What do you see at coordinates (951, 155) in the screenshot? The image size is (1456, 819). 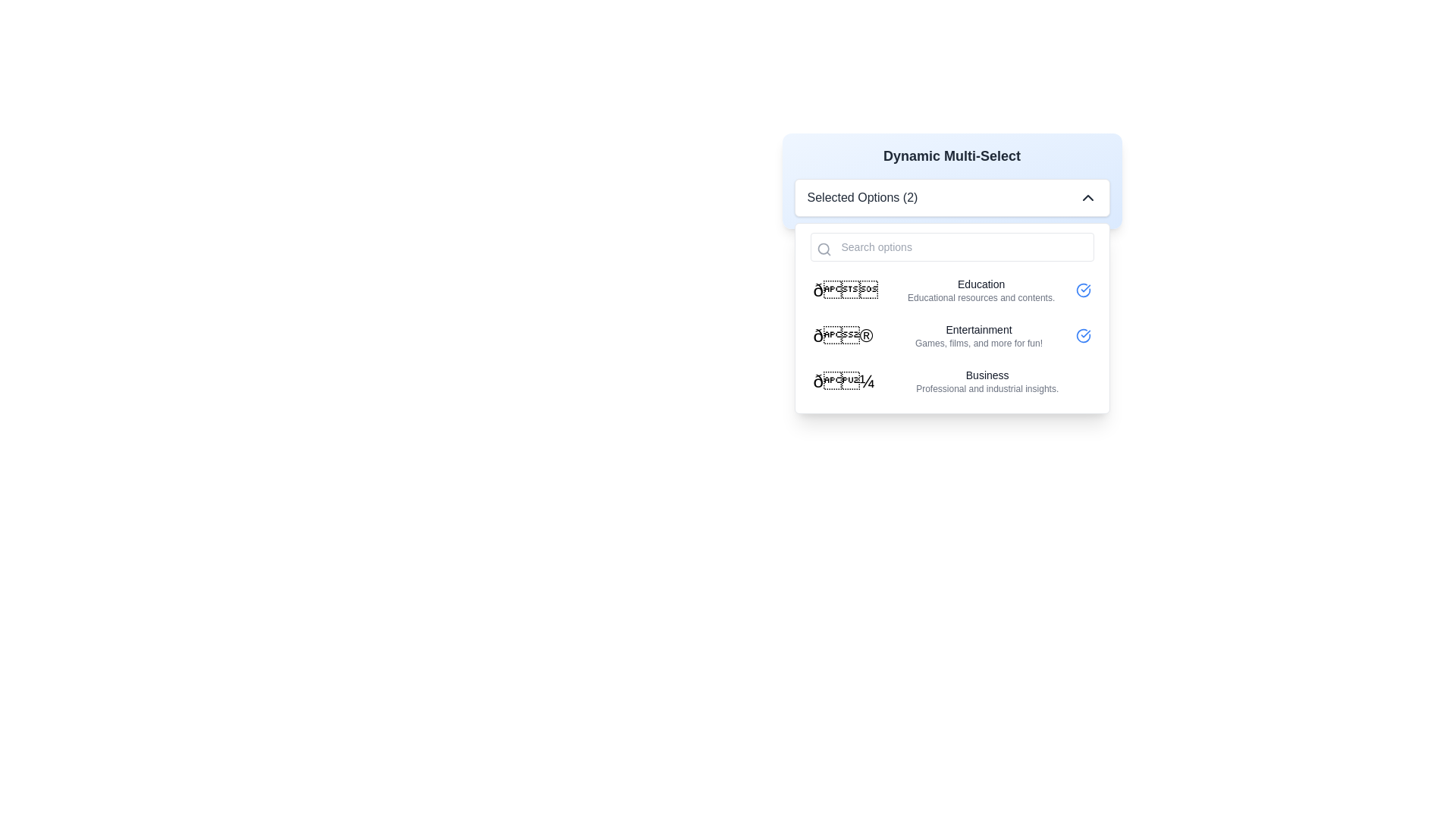 I see `the text label styled with a large, bold font reading 'Dynamic Multi-Select', positioned above the dropdown menu labeled 'Selected Options (2)'` at bounding box center [951, 155].